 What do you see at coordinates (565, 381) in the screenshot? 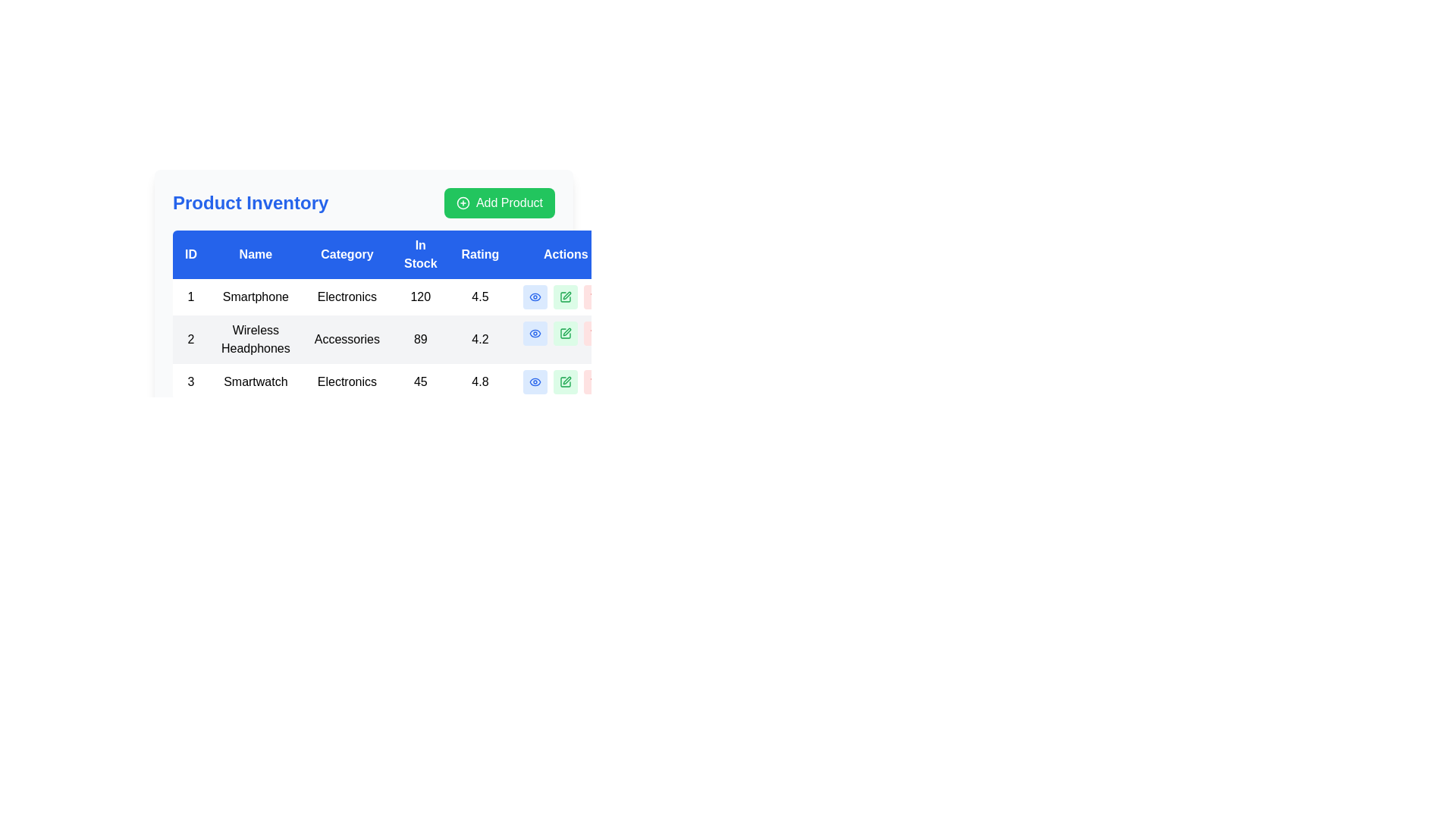
I see `the edit button located in the action column of the last row of the table, positioned between a blue button and a red button, to initiate the edit action` at bounding box center [565, 381].